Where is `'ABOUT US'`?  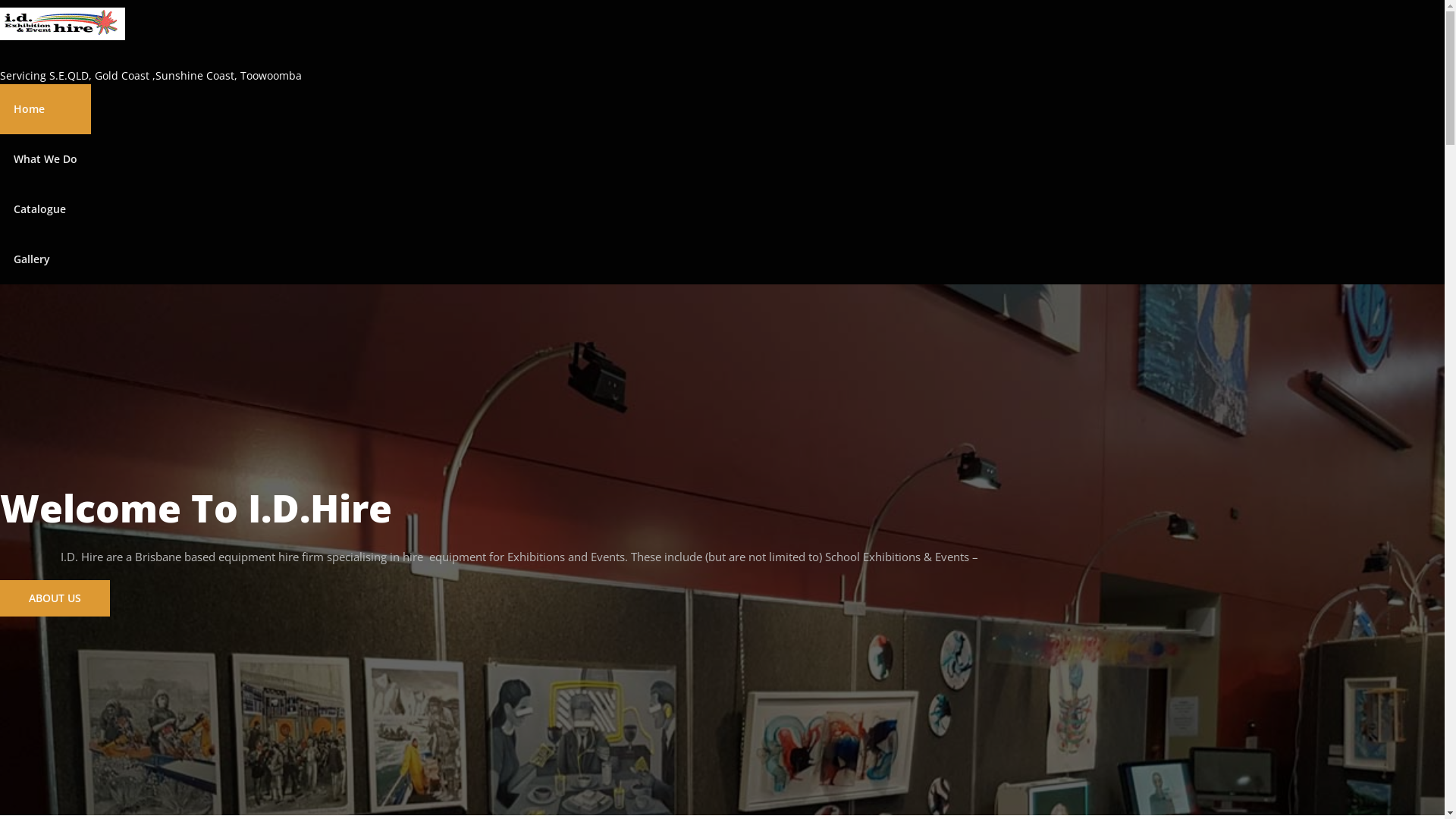 'ABOUT US' is located at coordinates (55, 596).